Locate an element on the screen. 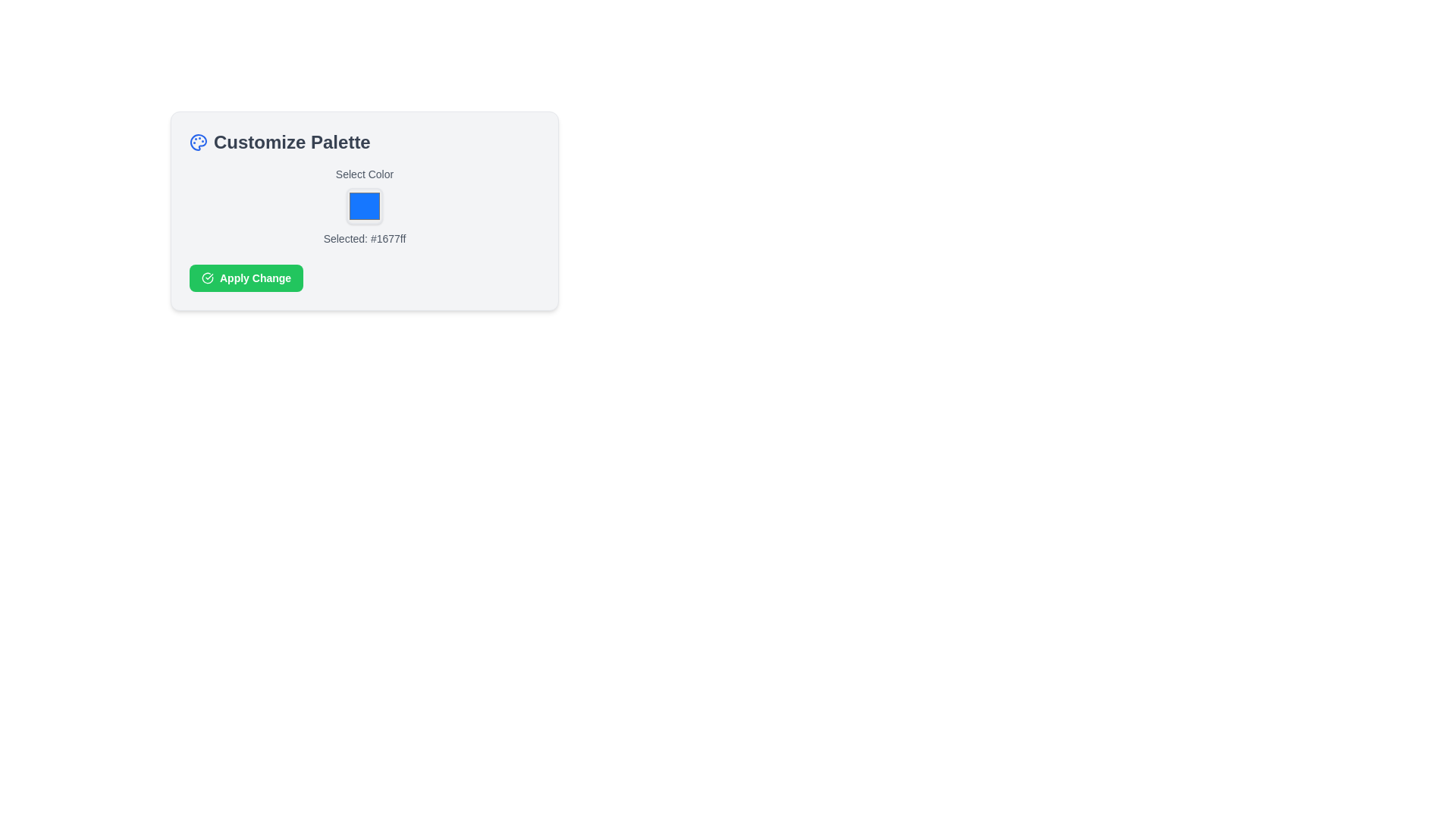 The image size is (1456, 819). the small blue painter's palette icon located to the left of the 'Customize Palette' heading is located at coordinates (198, 143).